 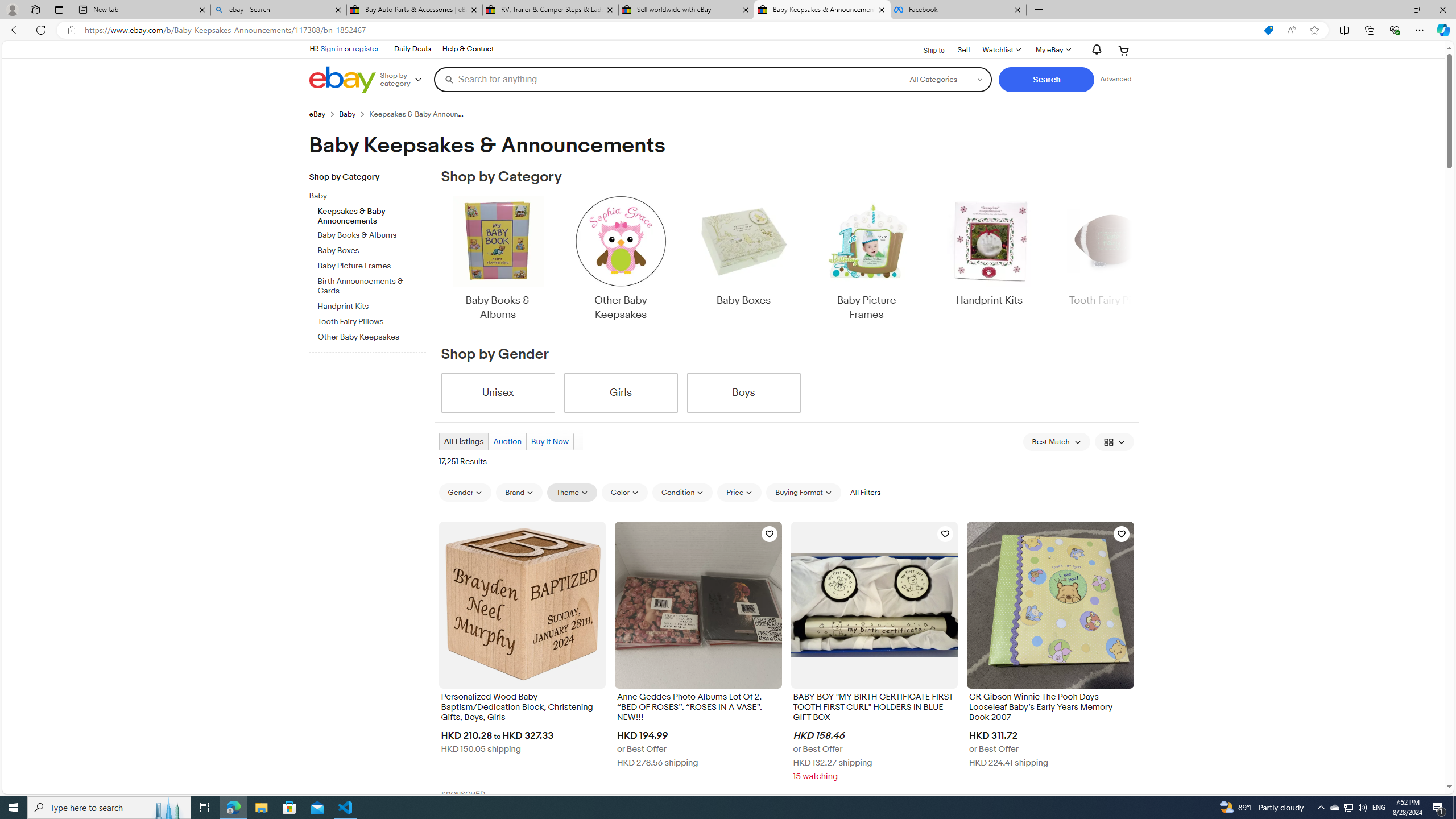 What do you see at coordinates (519, 492) in the screenshot?
I see `'Brand'` at bounding box center [519, 492].